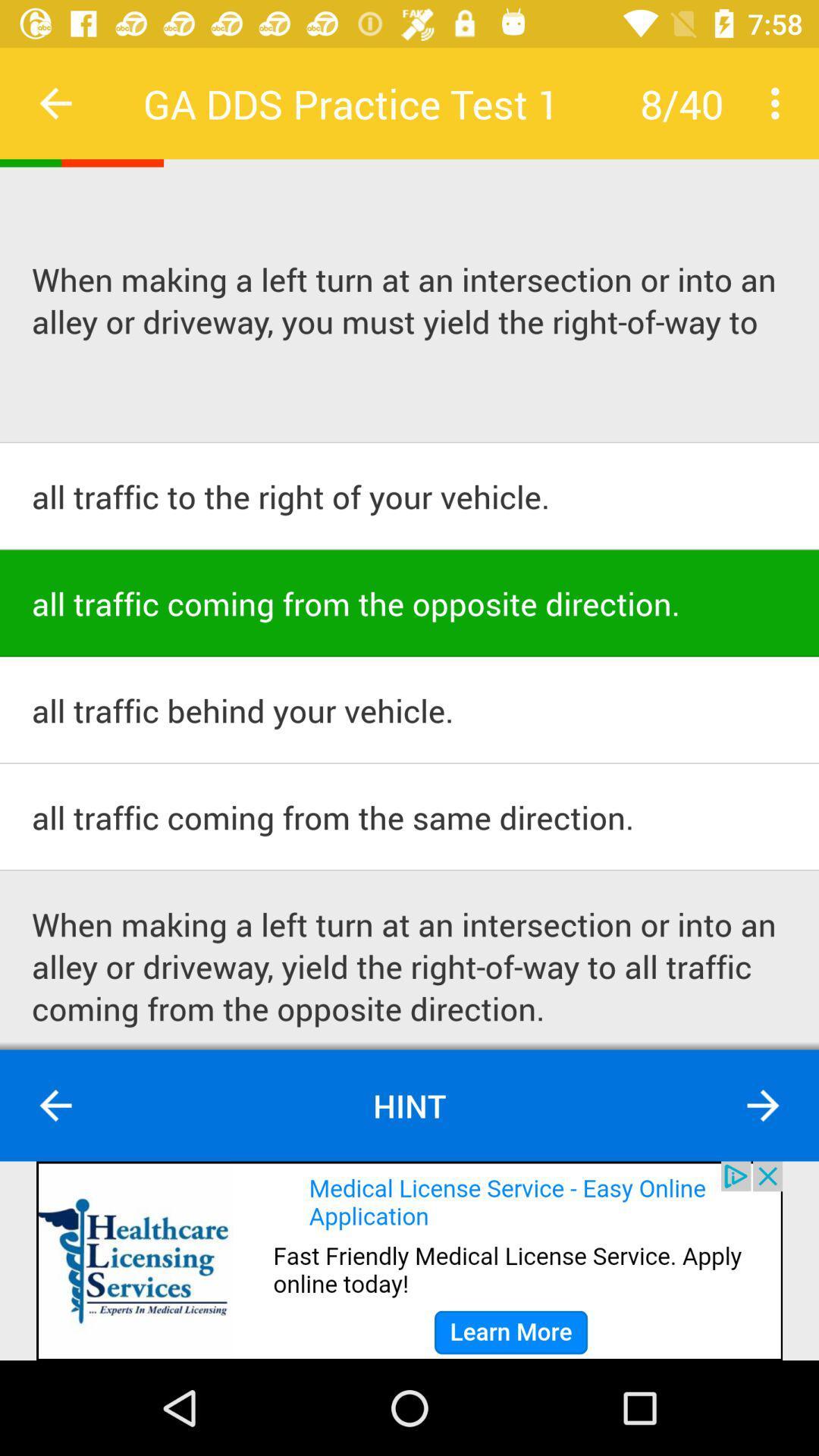 This screenshot has width=819, height=1456. I want to click on the arrow_backward icon, so click(55, 1106).